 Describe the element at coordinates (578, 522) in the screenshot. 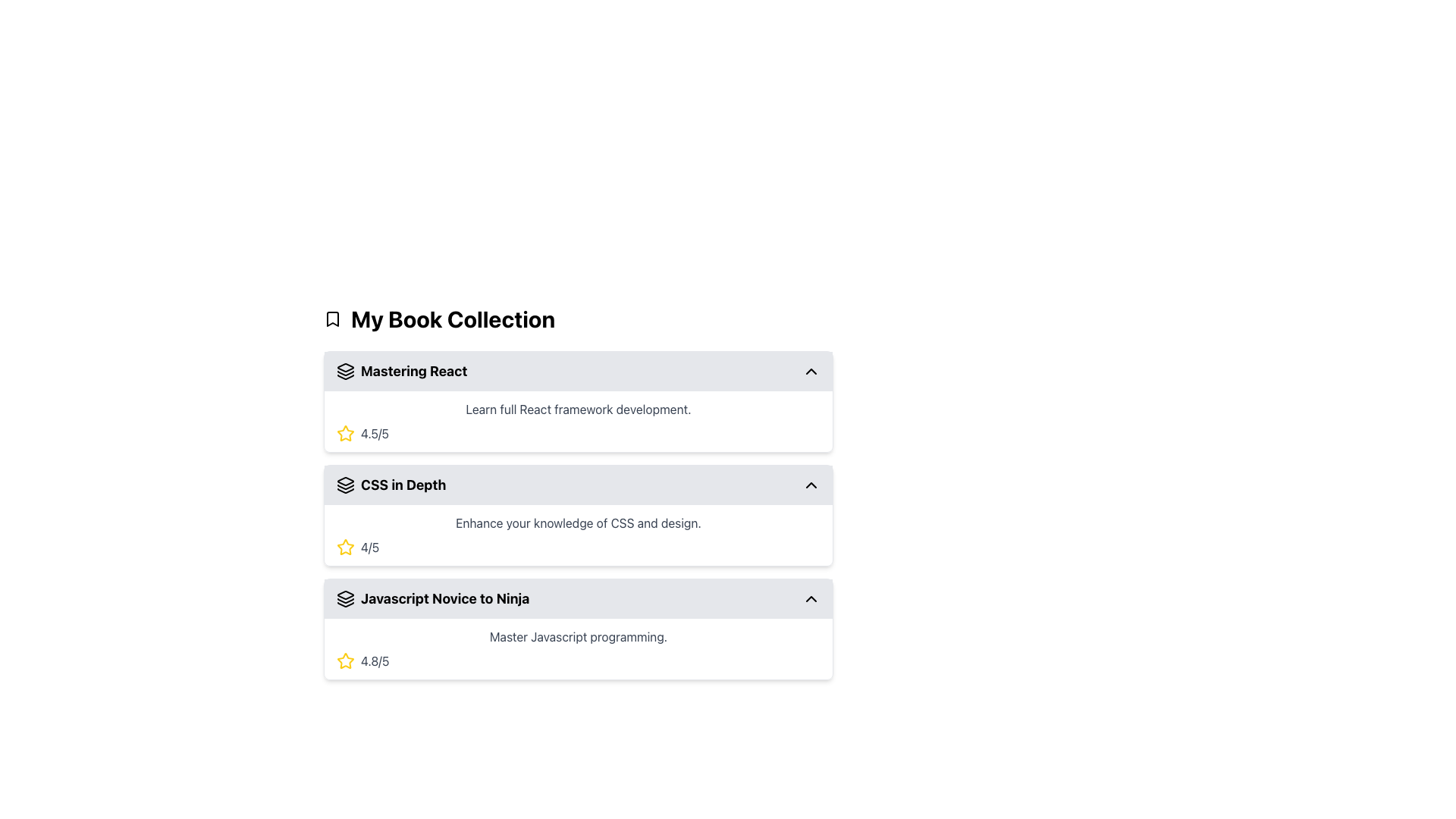

I see `text content of the label located beneath the heading 'CSS in Depth', which describes the content or purpose of the section` at that location.